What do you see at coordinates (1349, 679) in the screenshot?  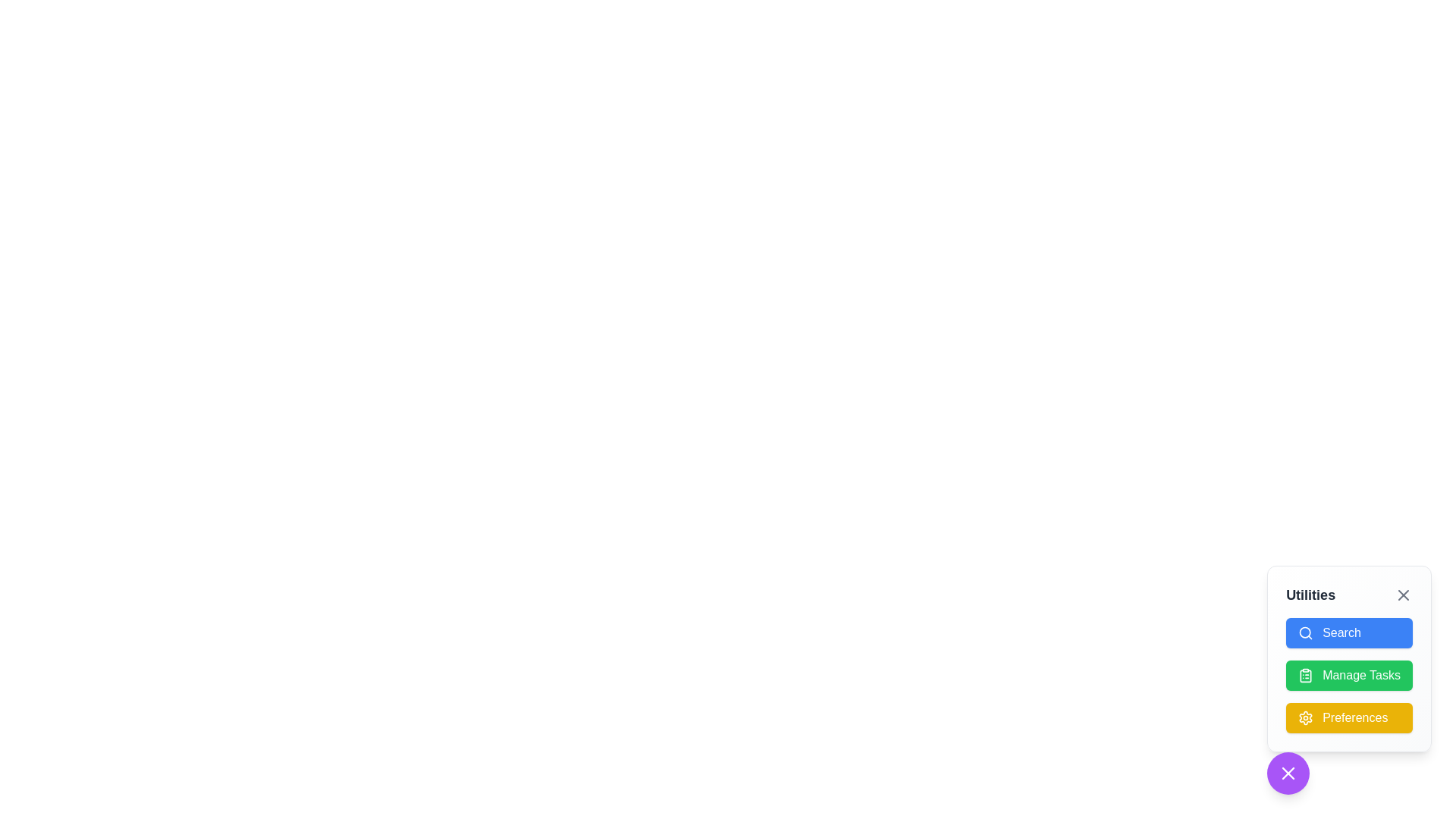 I see `the button in the 'Utilities' popup menu that allows users` at bounding box center [1349, 679].